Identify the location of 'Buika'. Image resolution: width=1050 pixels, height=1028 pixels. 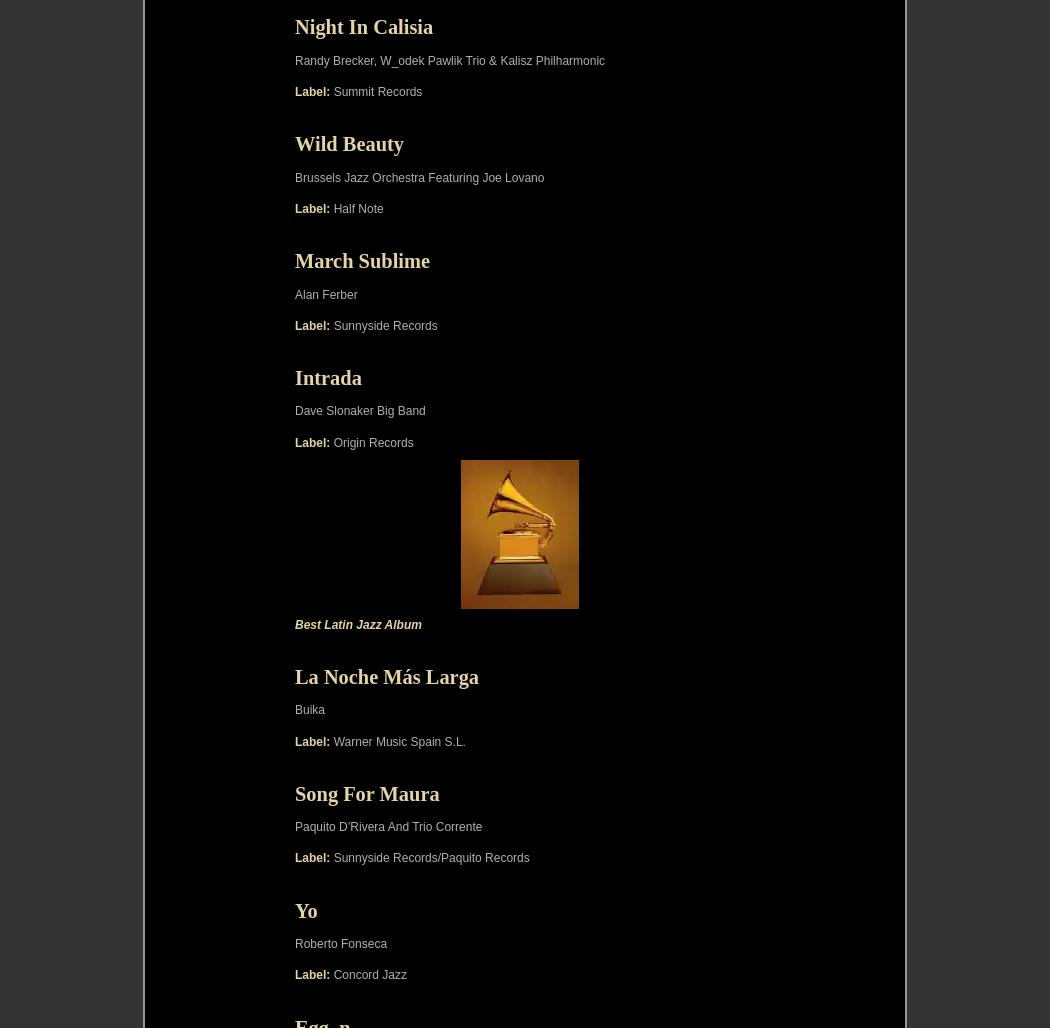
(309, 709).